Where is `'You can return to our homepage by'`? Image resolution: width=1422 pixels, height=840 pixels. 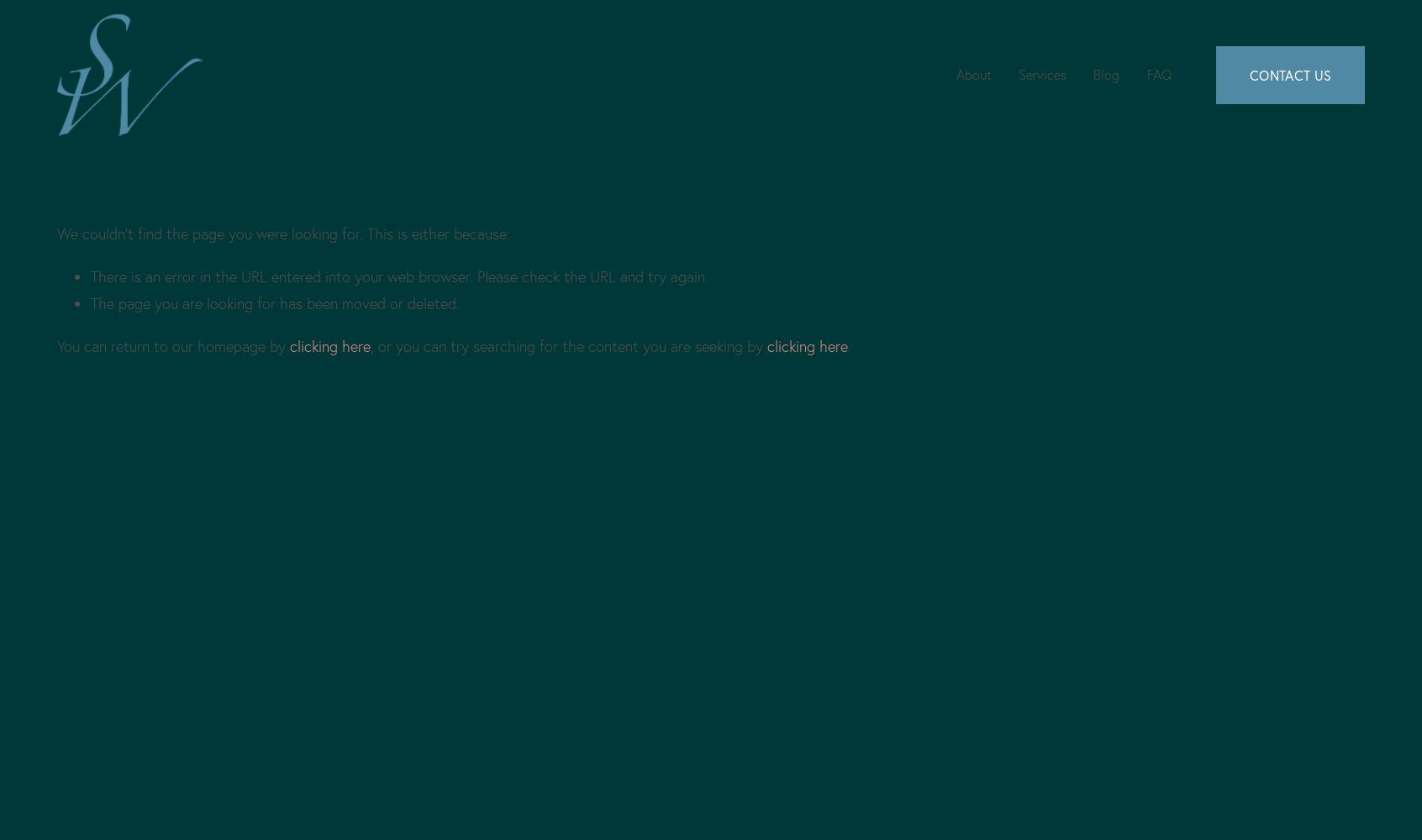 'You can return to our homepage by' is located at coordinates (171, 345).